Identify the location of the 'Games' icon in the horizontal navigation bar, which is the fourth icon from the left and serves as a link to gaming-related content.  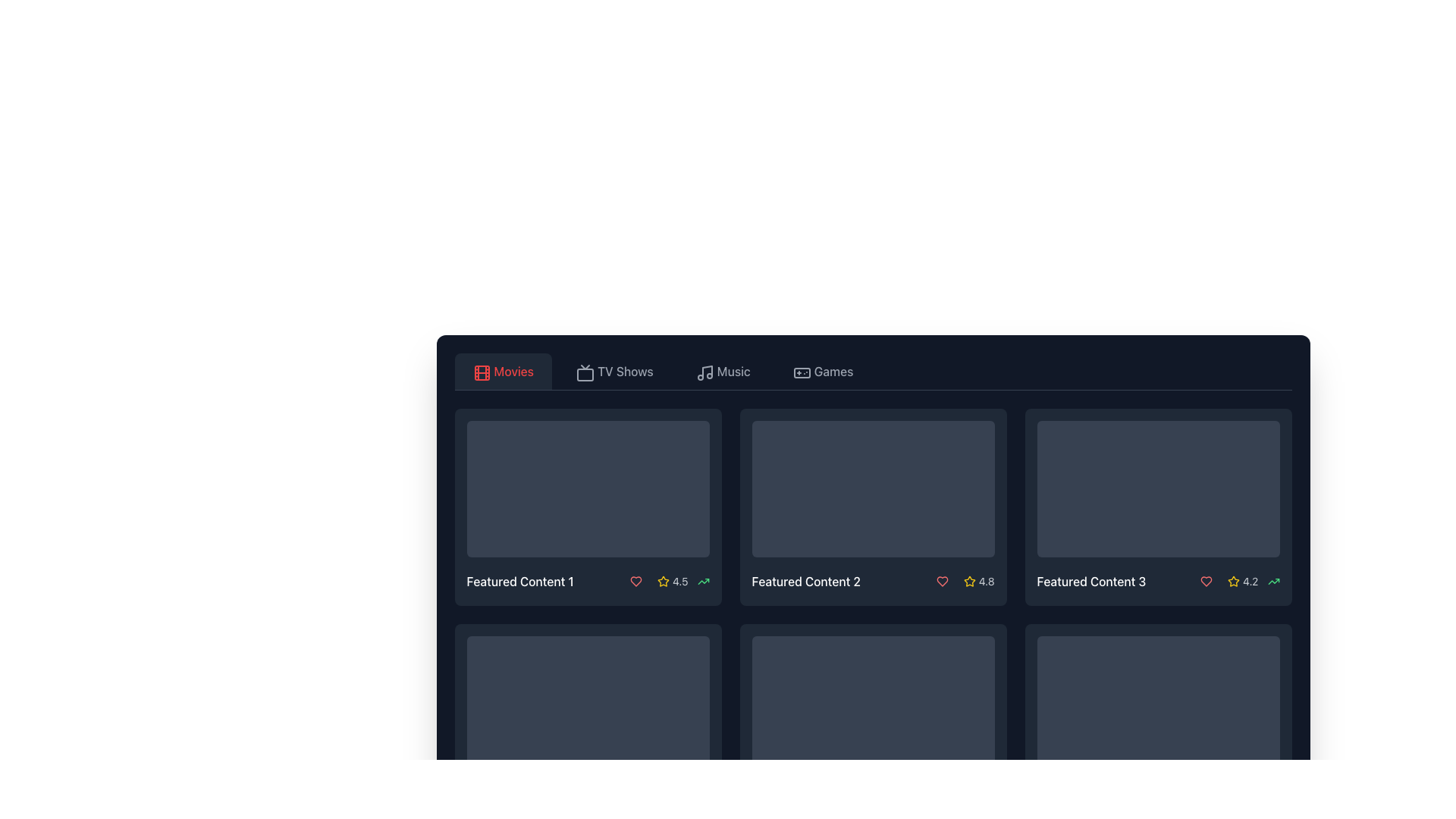
(801, 373).